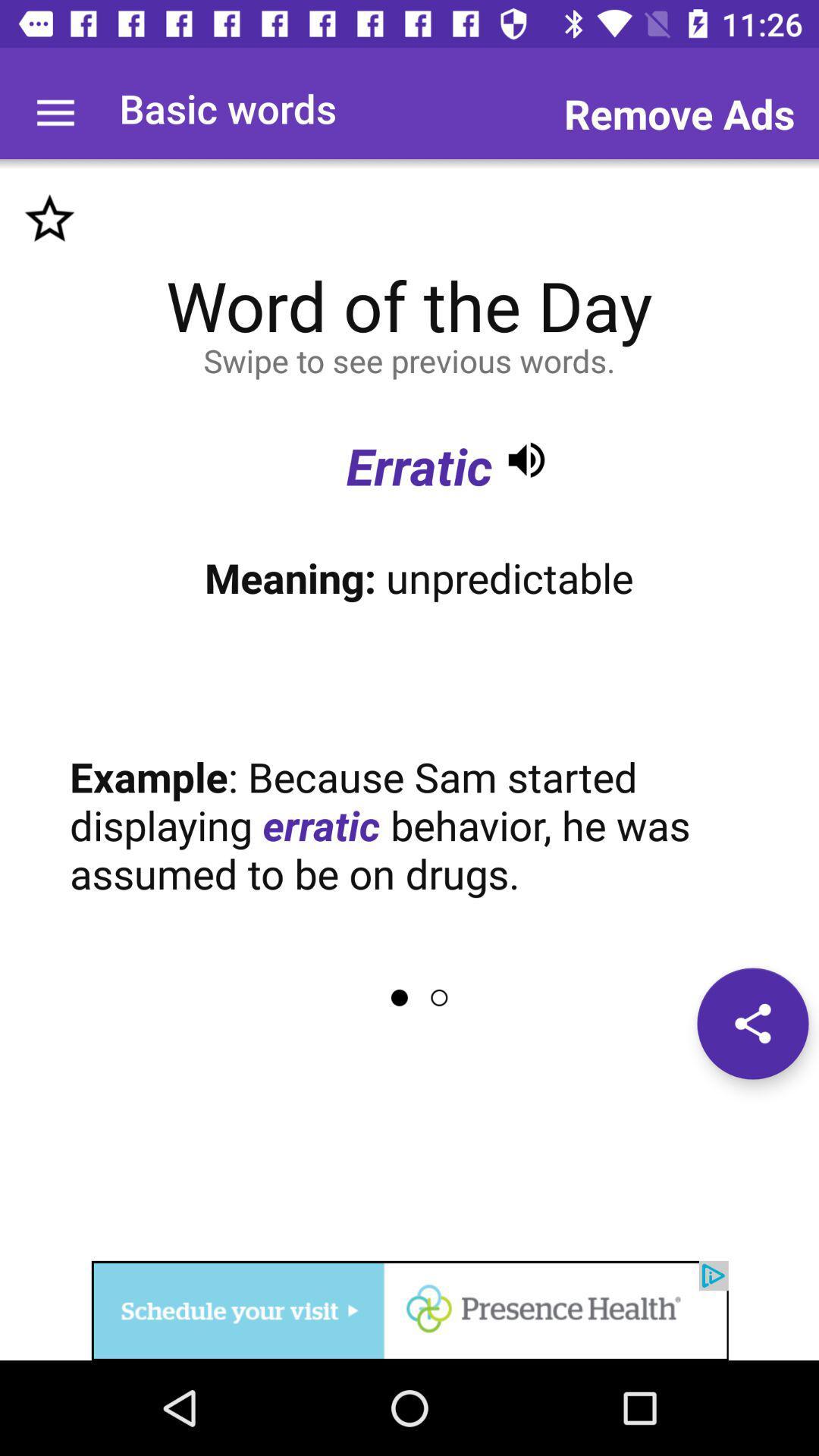 The width and height of the screenshot is (819, 1456). What do you see at coordinates (526, 459) in the screenshot?
I see `listen` at bounding box center [526, 459].